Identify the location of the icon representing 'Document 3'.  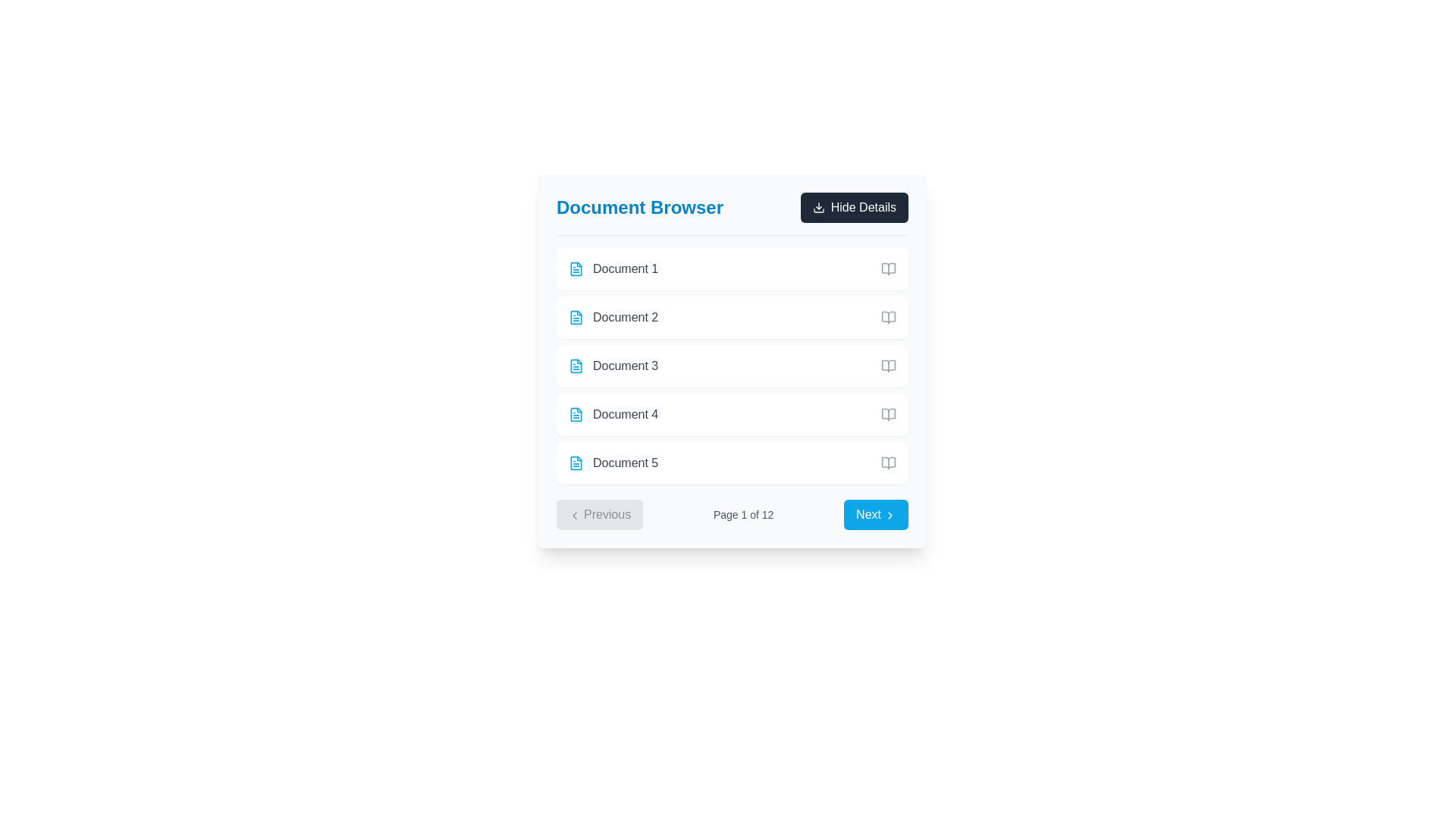
(575, 366).